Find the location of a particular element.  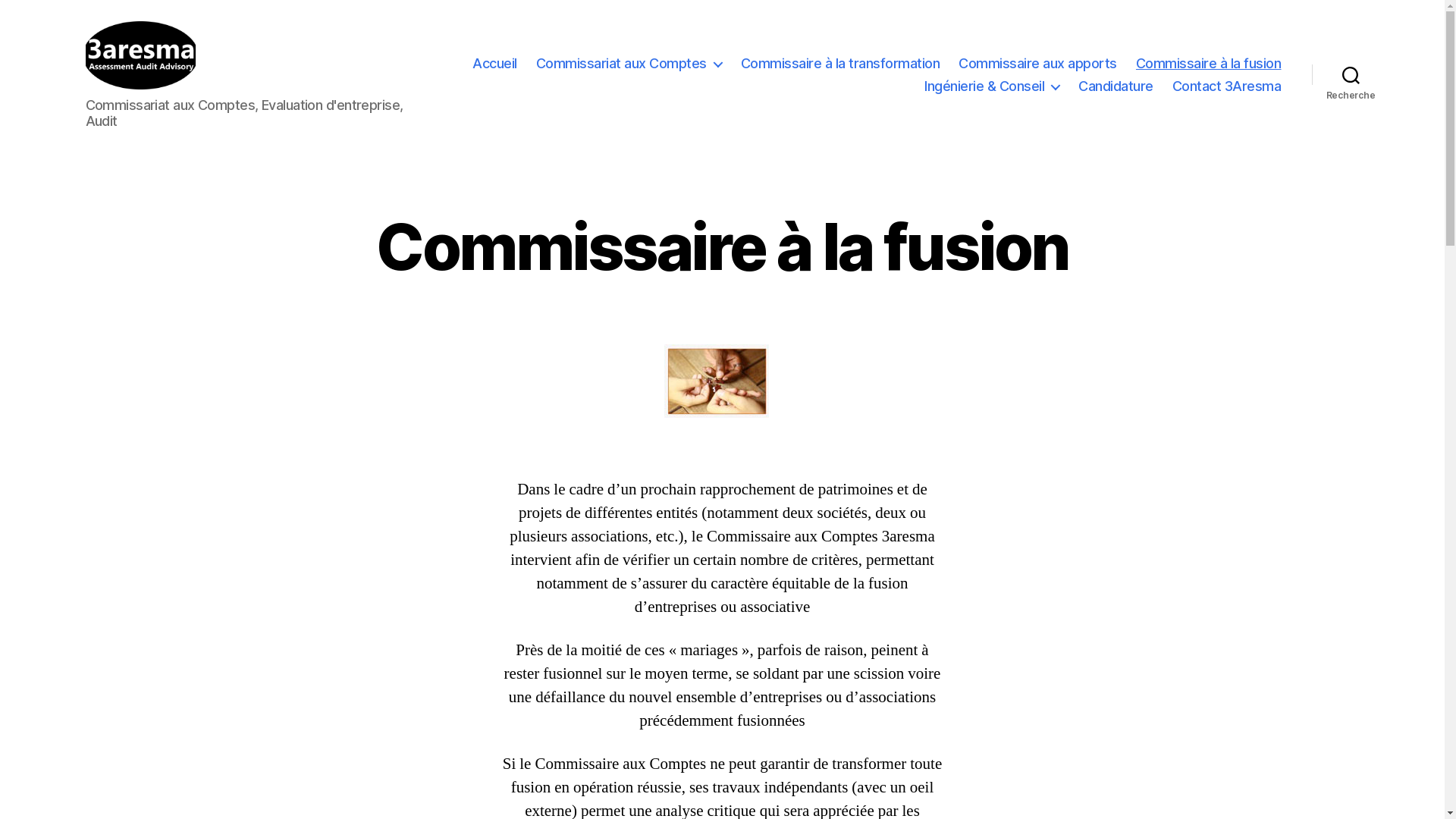

'Contact 3Aresma' is located at coordinates (1226, 86).